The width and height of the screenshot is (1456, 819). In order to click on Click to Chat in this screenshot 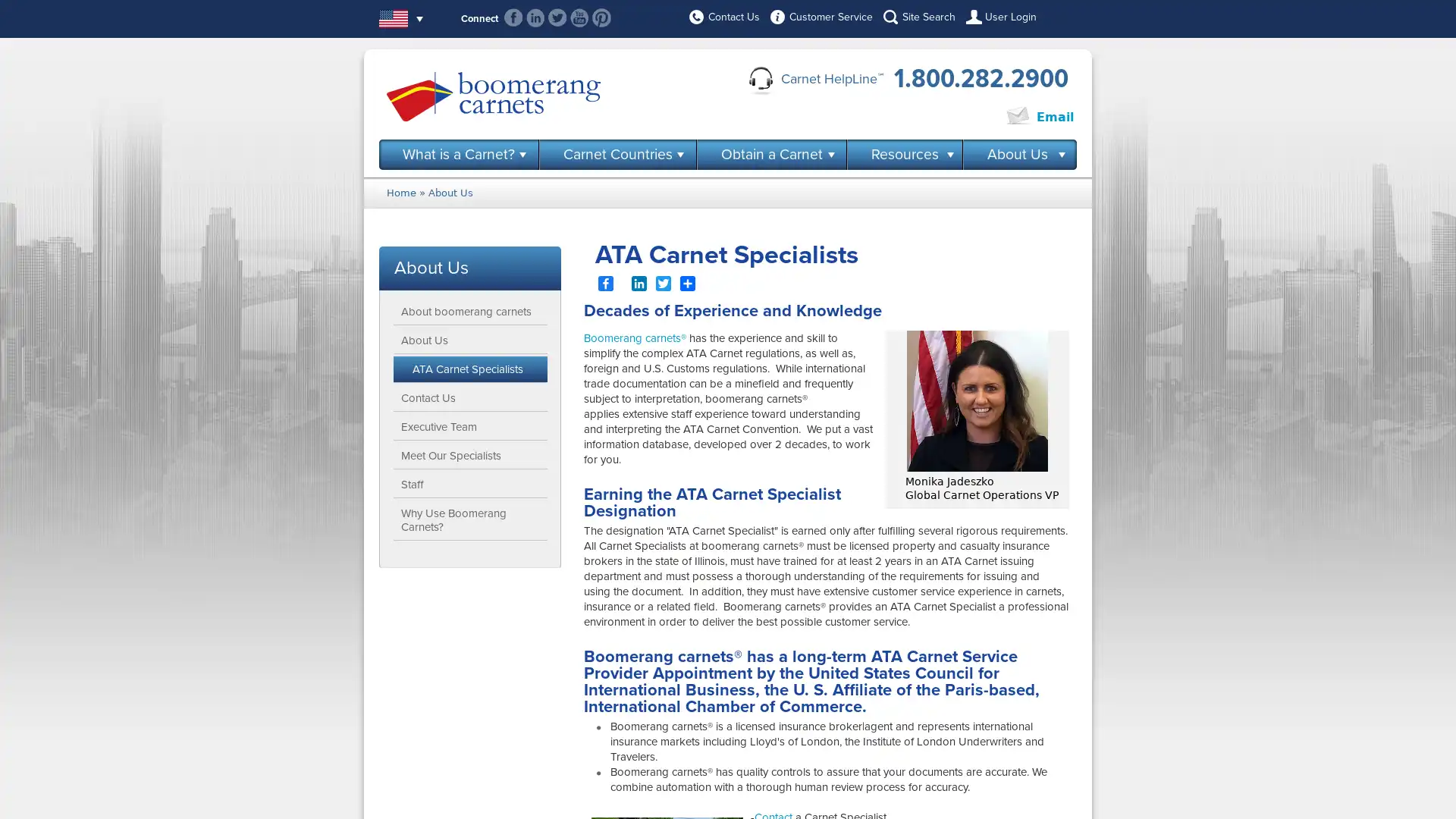, I will do `click(952, 116)`.